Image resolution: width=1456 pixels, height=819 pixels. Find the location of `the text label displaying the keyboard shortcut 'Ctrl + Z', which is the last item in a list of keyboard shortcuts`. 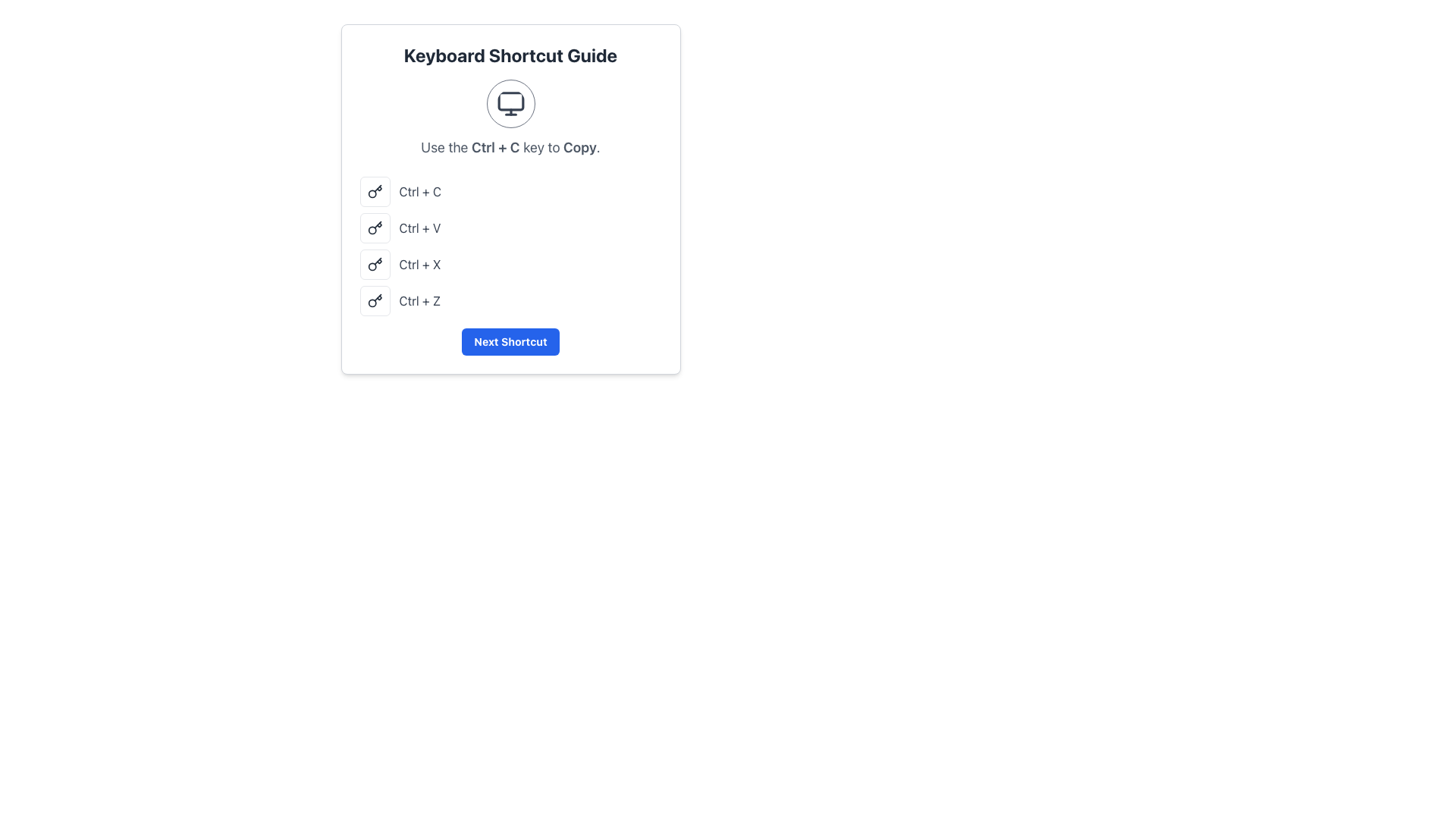

the text label displaying the keyboard shortcut 'Ctrl + Z', which is the last item in a list of keyboard shortcuts is located at coordinates (419, 301).